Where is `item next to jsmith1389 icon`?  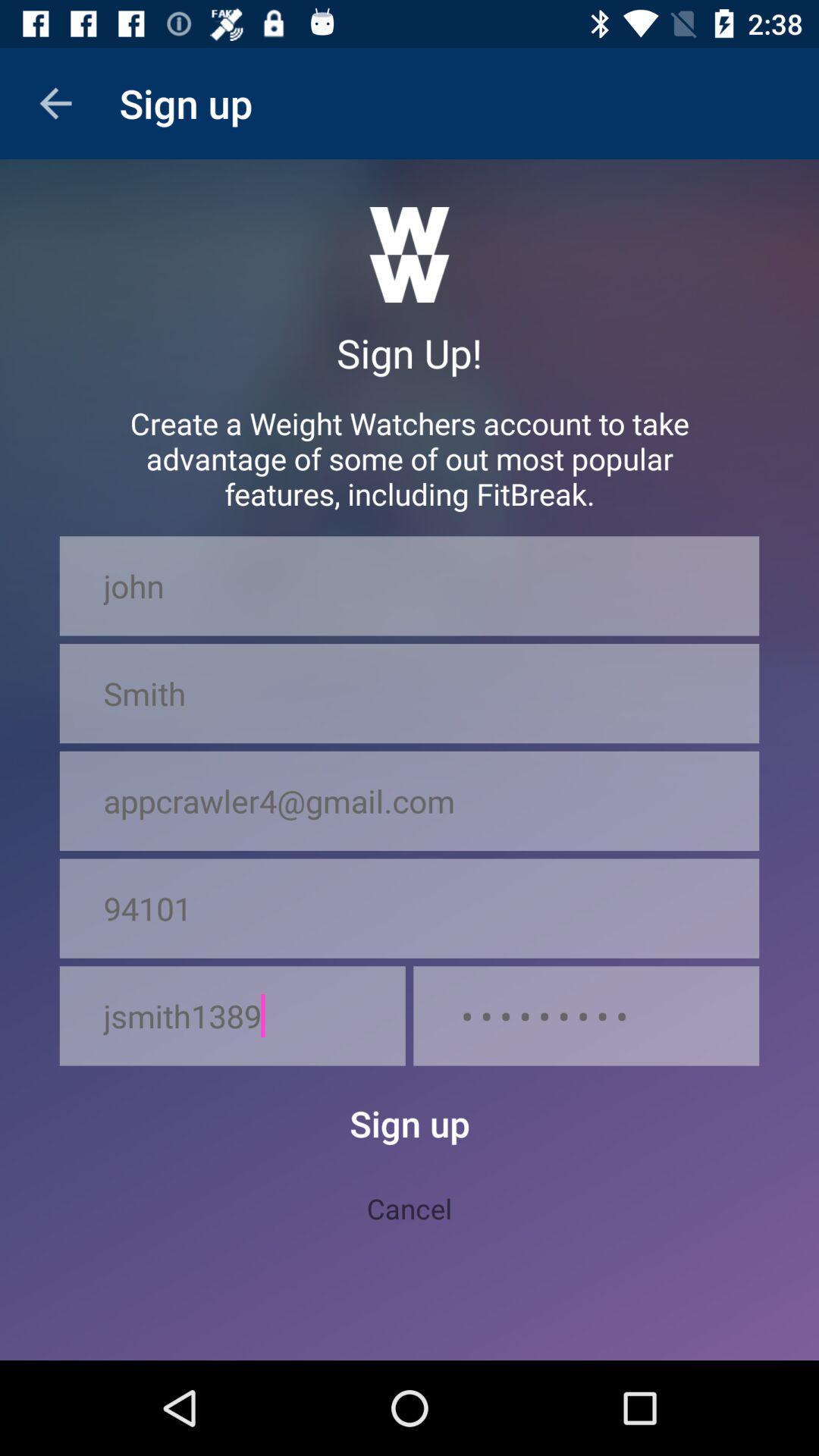
item next to jsmith1389 icon is located at coordinates (585, 1015).